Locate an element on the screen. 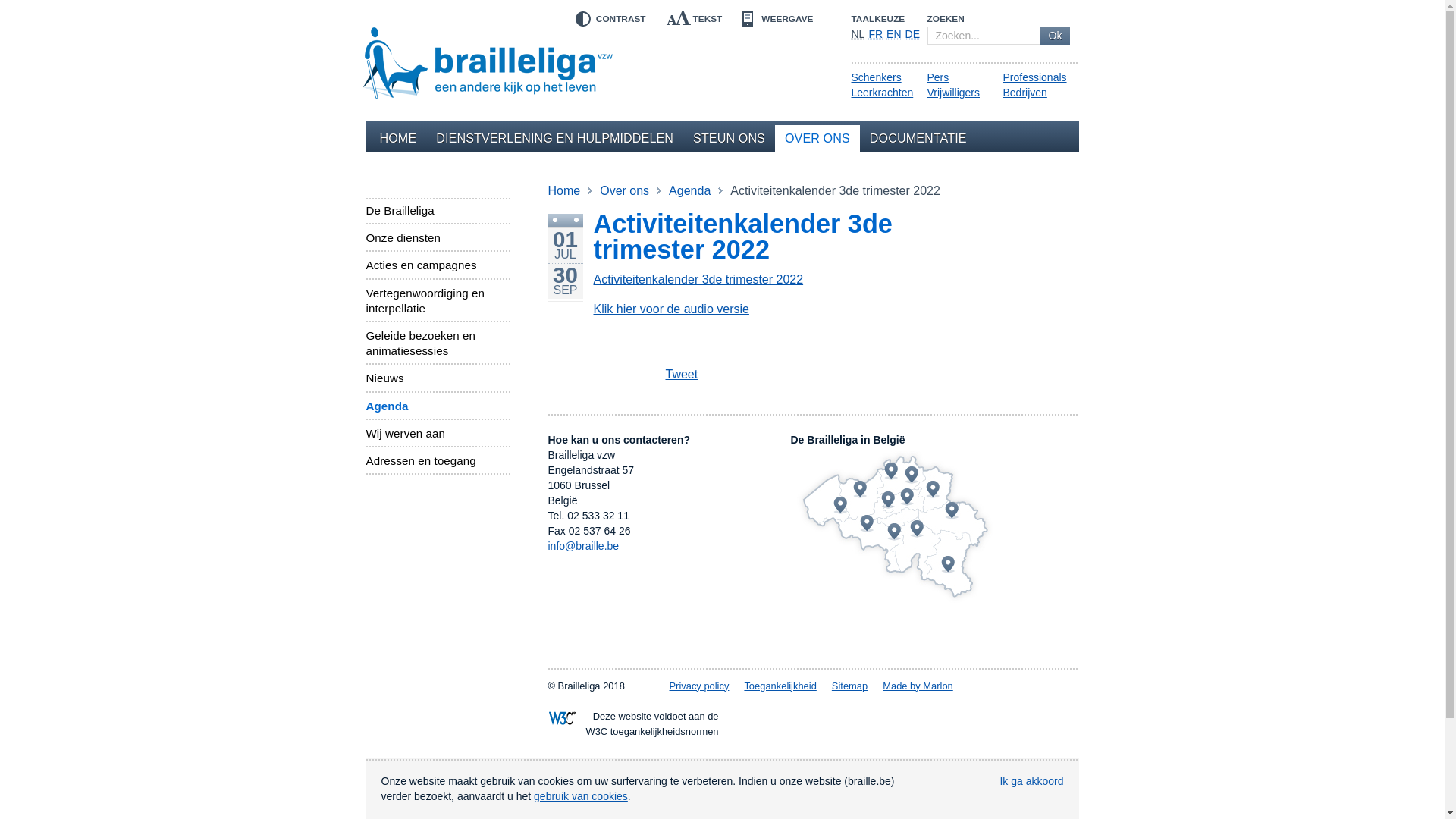  'Onze diensten' is located at coordinates (365, 237).